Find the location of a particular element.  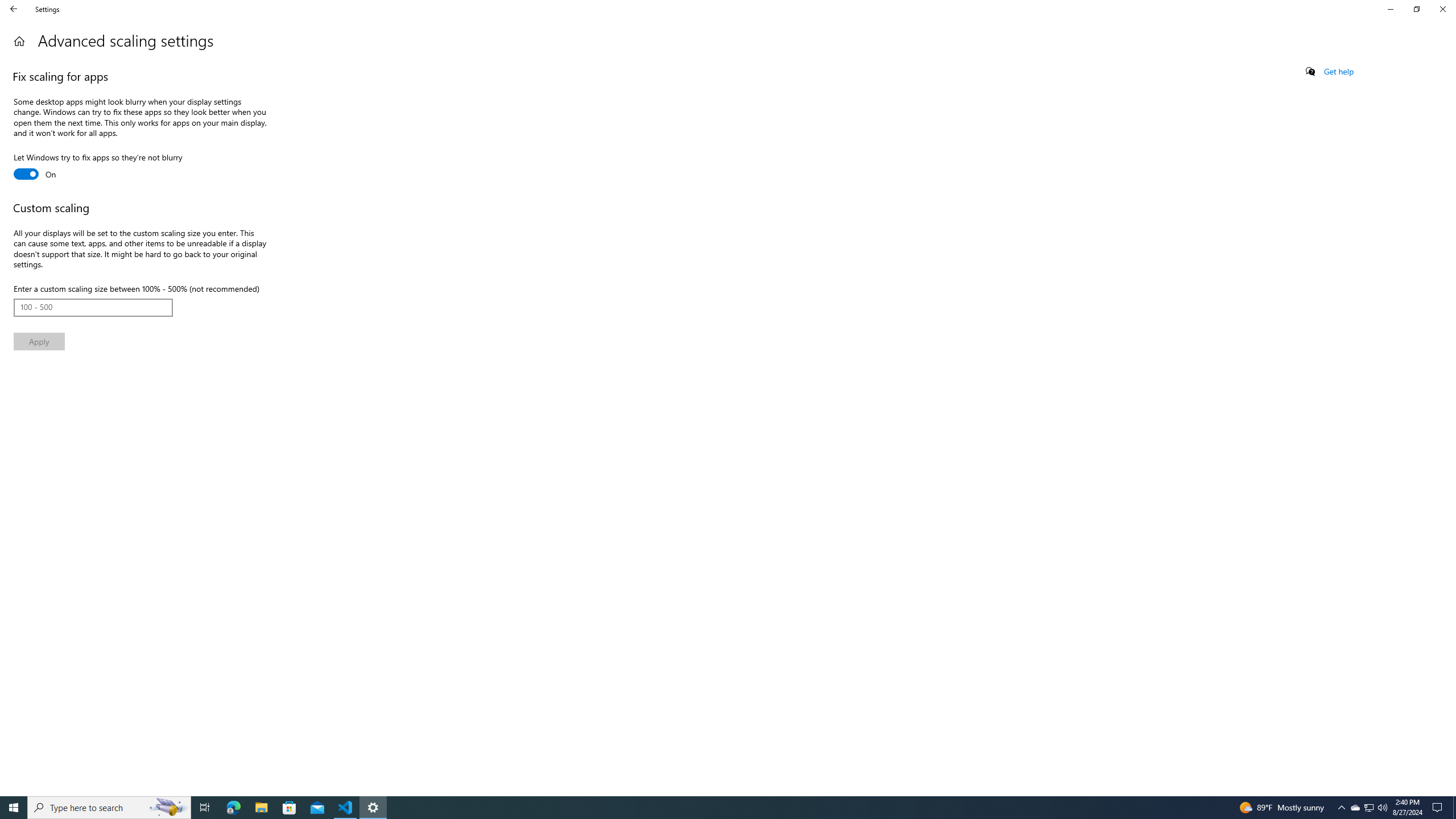

'Get help' is located at coordinates (1338, 71).